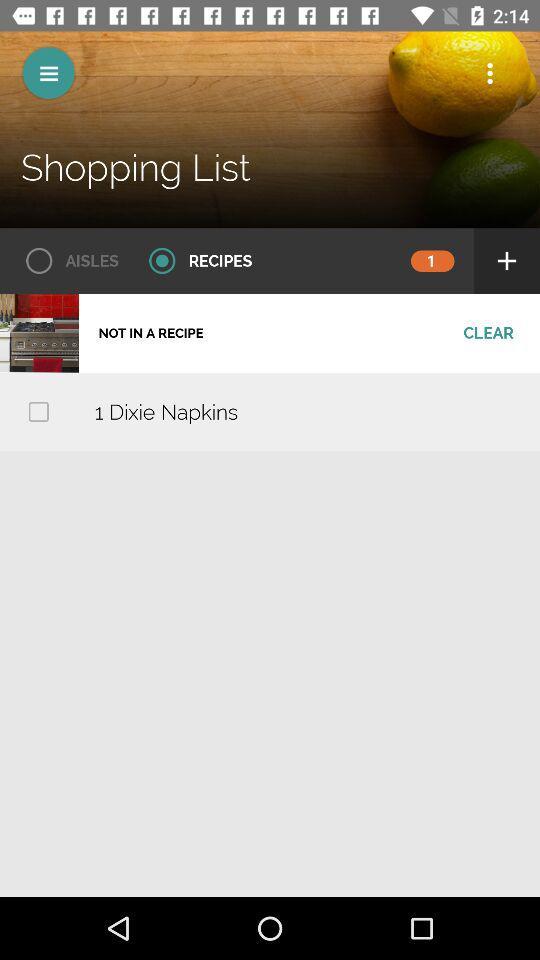 The height and width of the screenshot is (960, 540). What do you see at coordinates (65, 260) in the screenshot?
I see `aisles option` at bounding box center [65, 260].